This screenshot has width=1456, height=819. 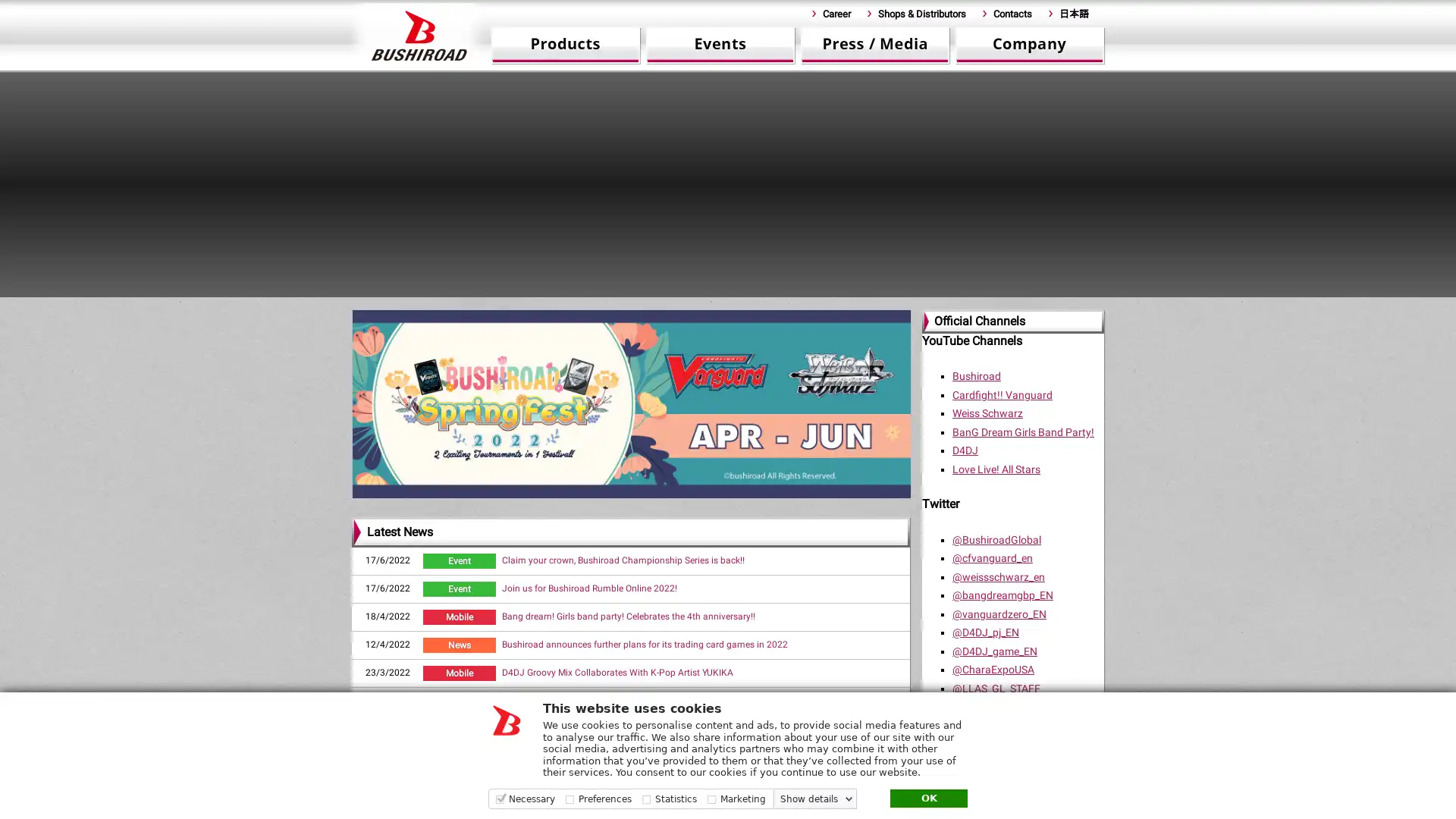 I want to click on 7, so click(x=693, y=291).